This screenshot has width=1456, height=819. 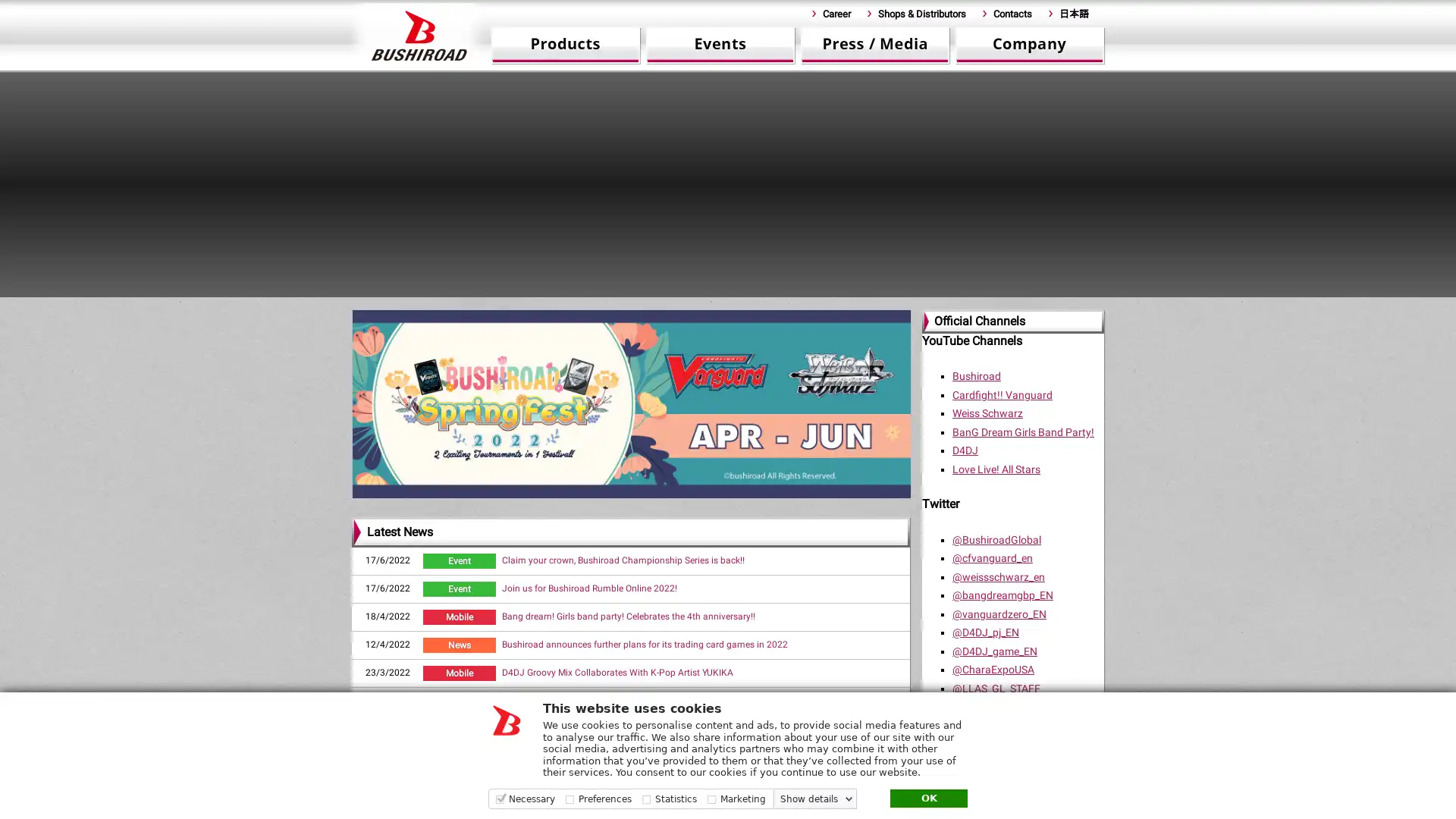 I want to click on 7, so click(x=693, y=291).